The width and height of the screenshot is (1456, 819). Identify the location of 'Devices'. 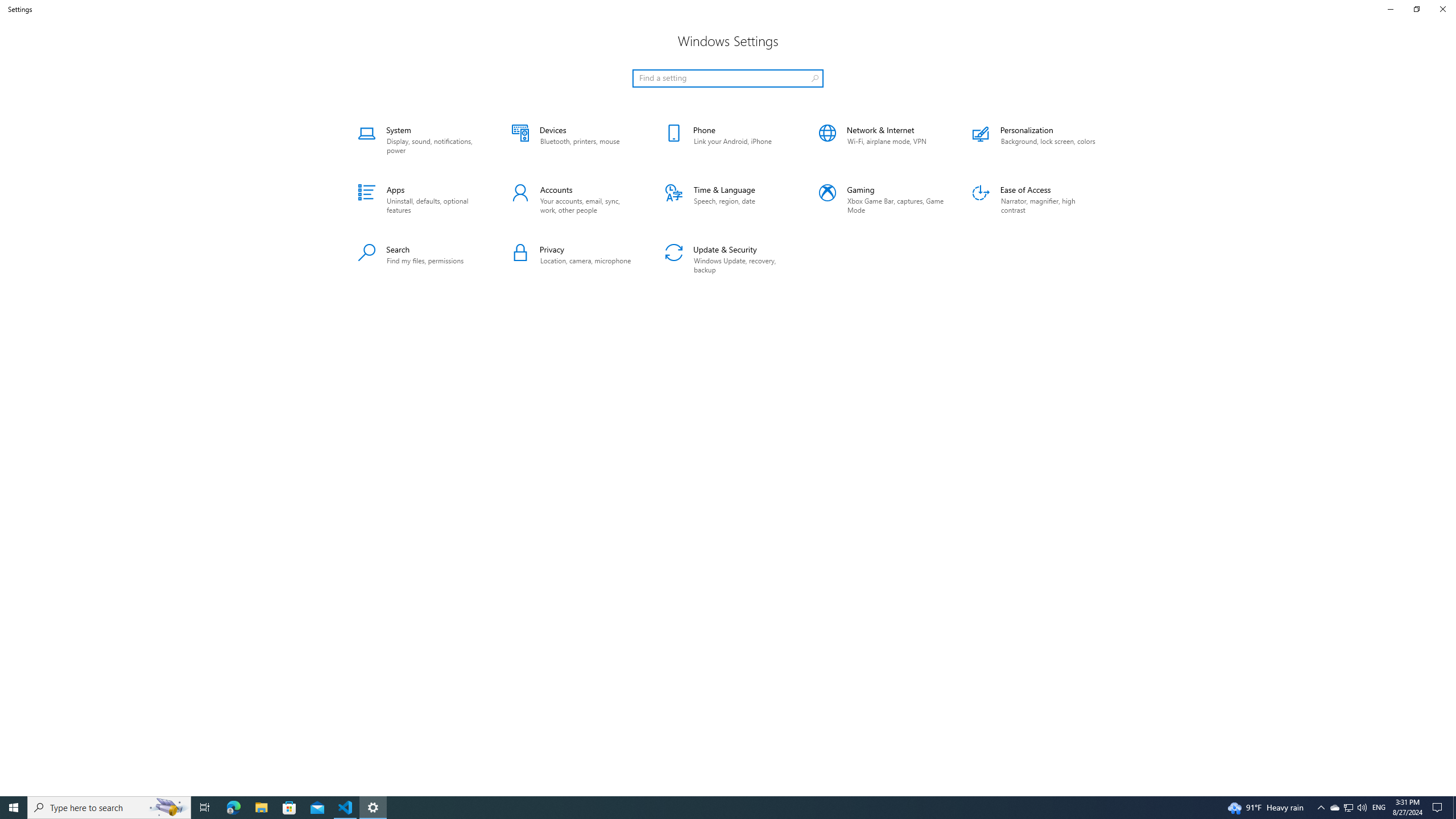
(573, 139).